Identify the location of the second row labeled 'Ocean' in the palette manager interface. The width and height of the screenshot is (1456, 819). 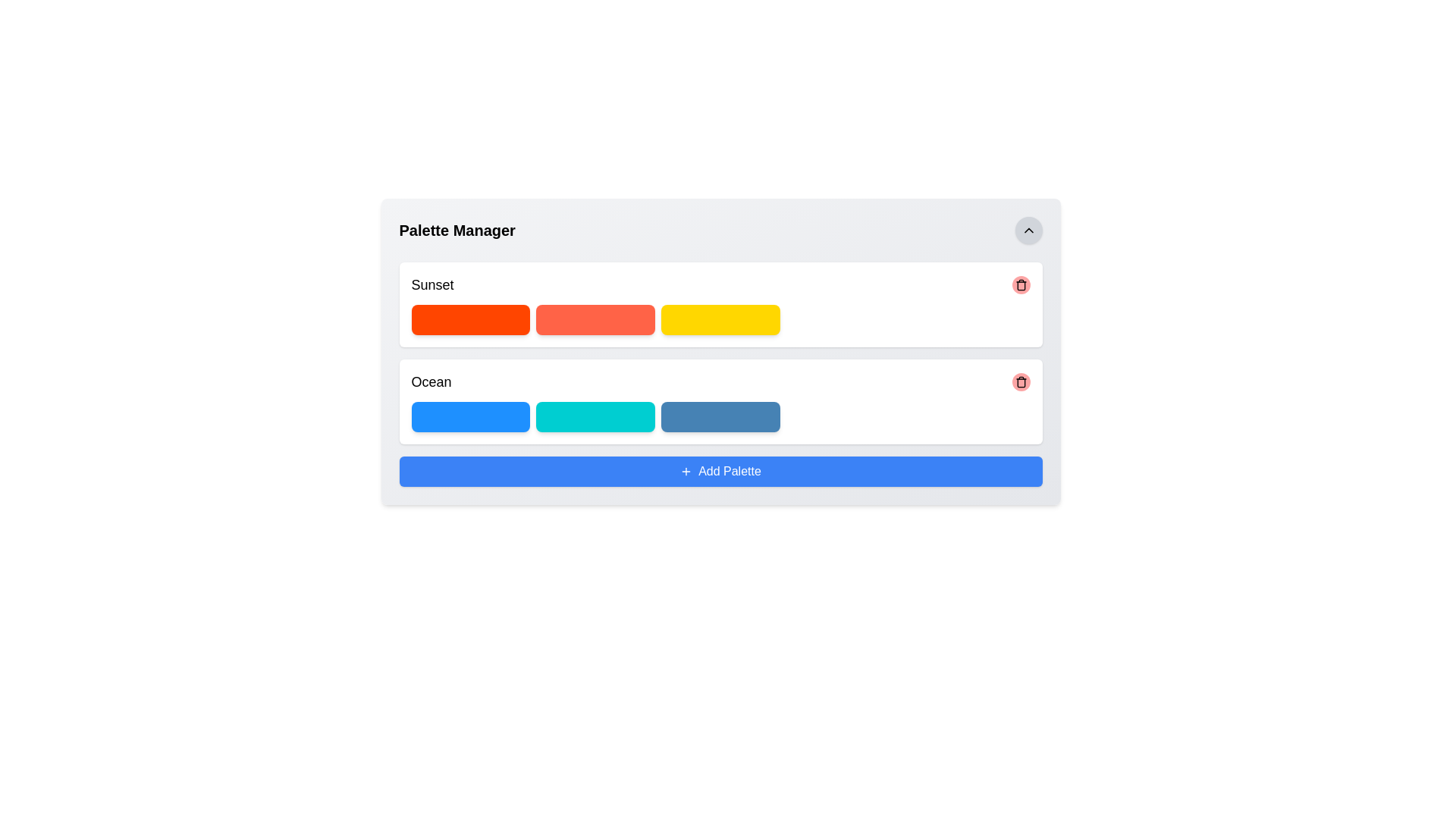
(720, 381).